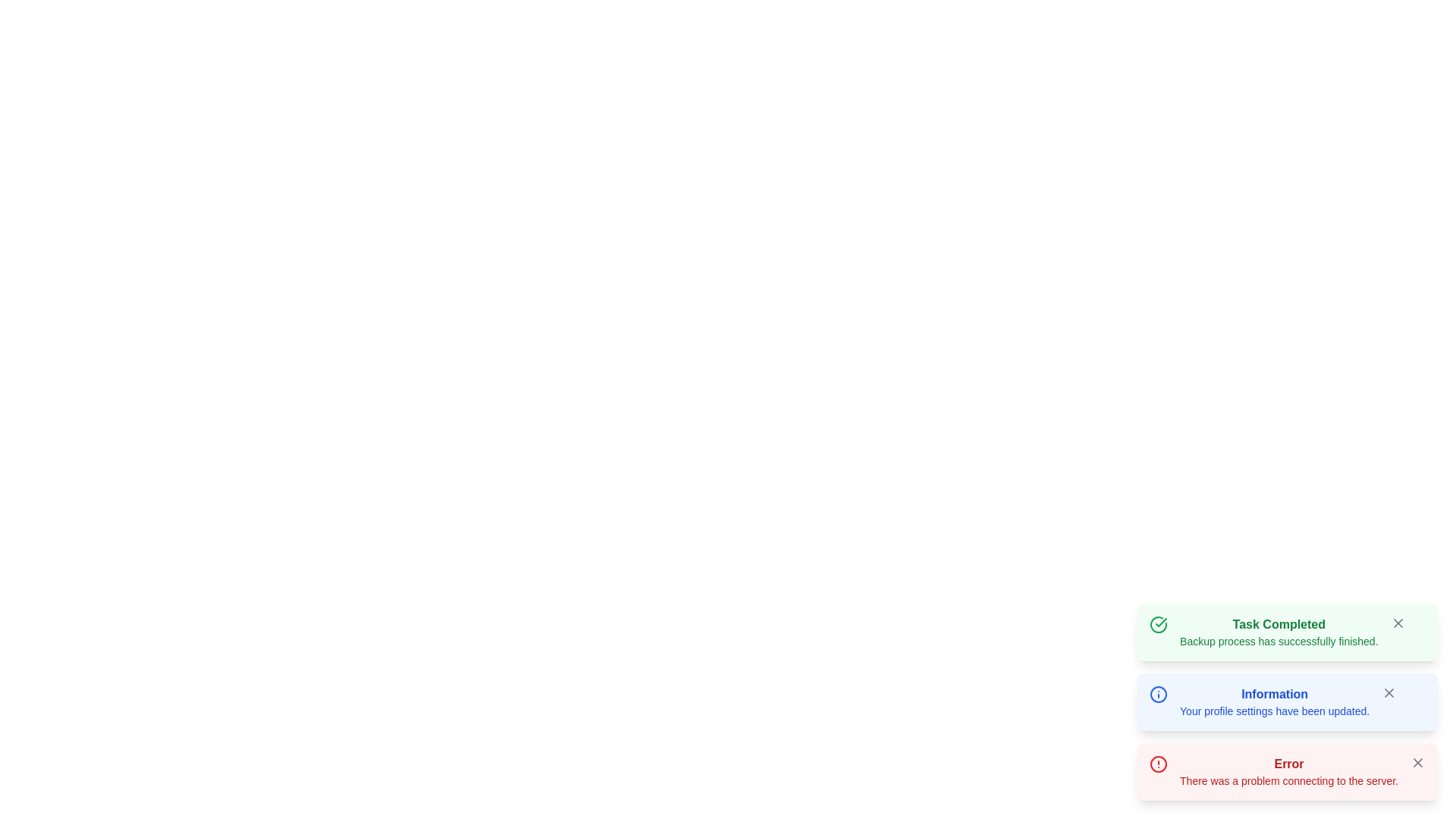 This screenshot has width=1456, height=819. Describe the element at coordinates (1278, 625) in the screenshot. I see `the 'Task Completed' text label, which is displayed in bold green color at the top of a notification box, indicating a successful task completion` at that location.